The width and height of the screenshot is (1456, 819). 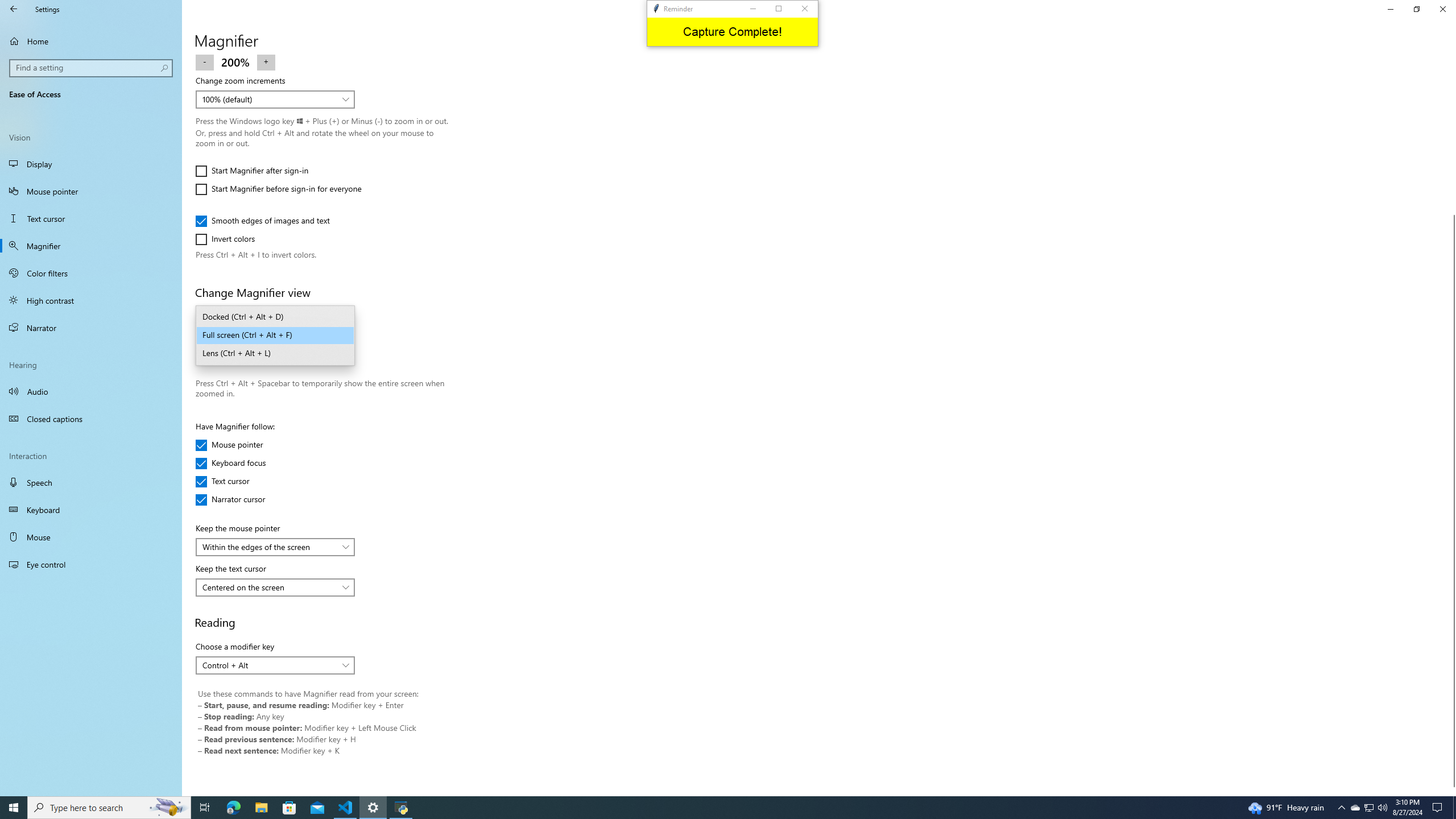 I want to click on 'Start Magnifier before sign-in for everyone', so click(x=278, y=189).